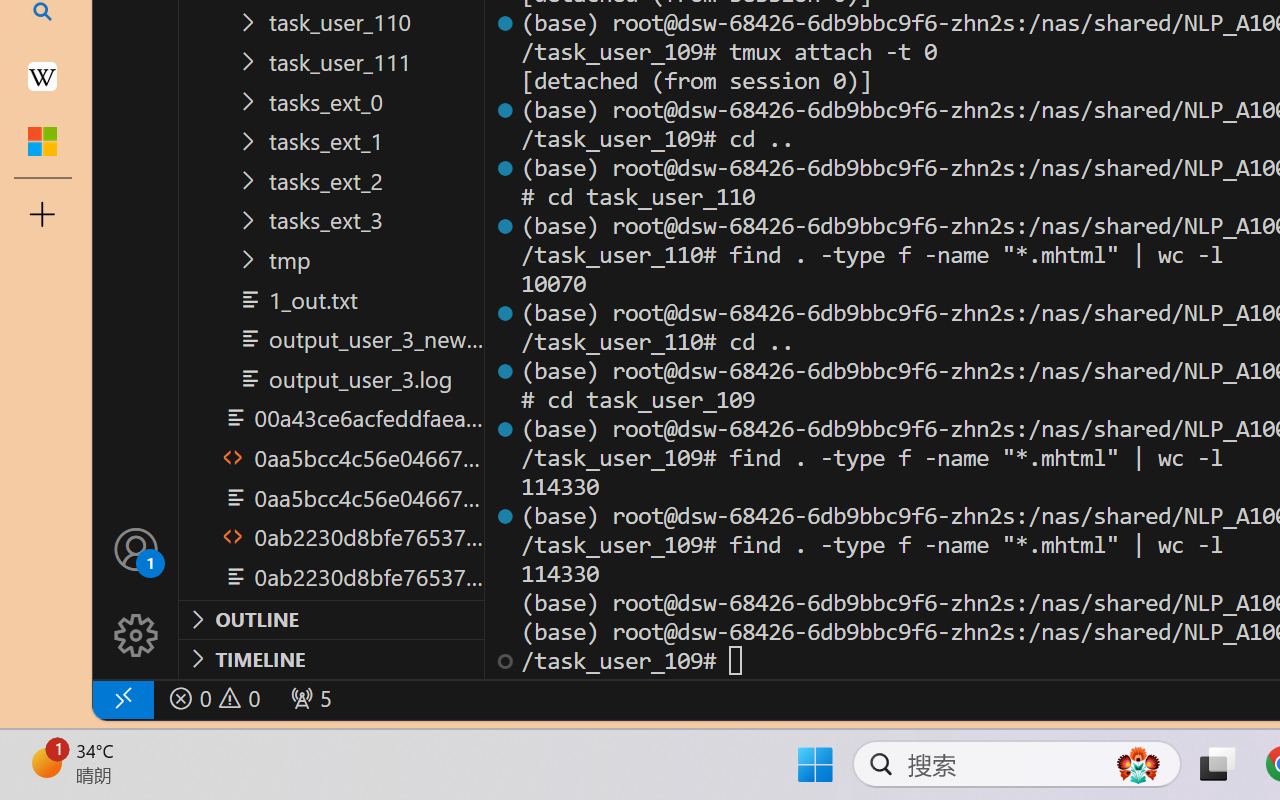 The image size is (1280, 800). I want to click on 'Earth - Wikipedia', so click(42, 76).